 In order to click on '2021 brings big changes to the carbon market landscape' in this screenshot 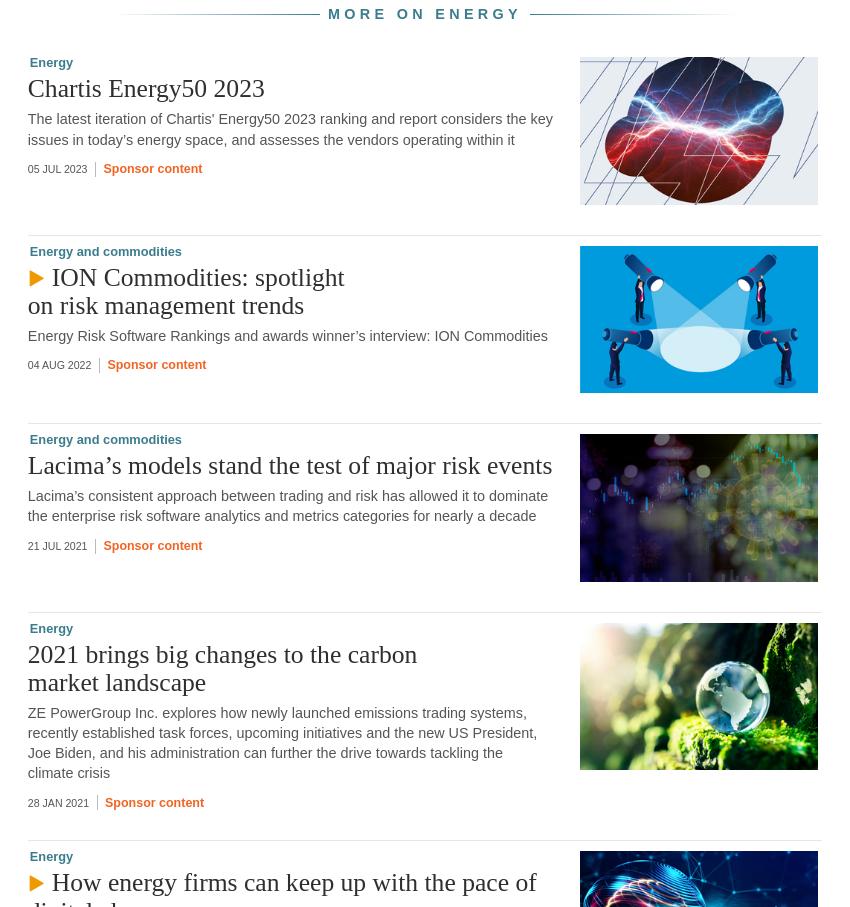, I will do `click(222, 666)`.